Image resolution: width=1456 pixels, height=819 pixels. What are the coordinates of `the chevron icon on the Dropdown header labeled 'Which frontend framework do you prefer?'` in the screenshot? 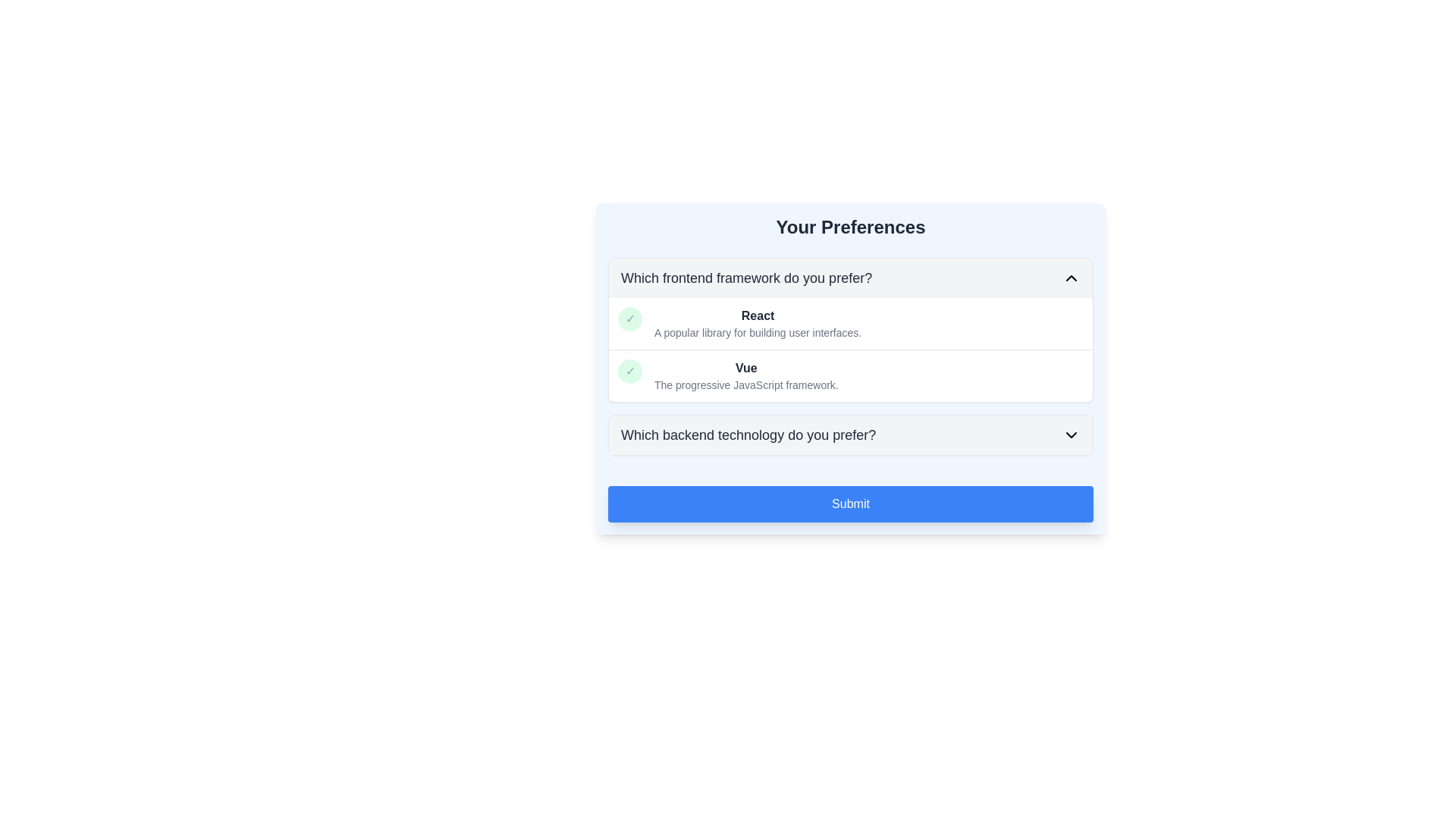 It's located at (851, 278).